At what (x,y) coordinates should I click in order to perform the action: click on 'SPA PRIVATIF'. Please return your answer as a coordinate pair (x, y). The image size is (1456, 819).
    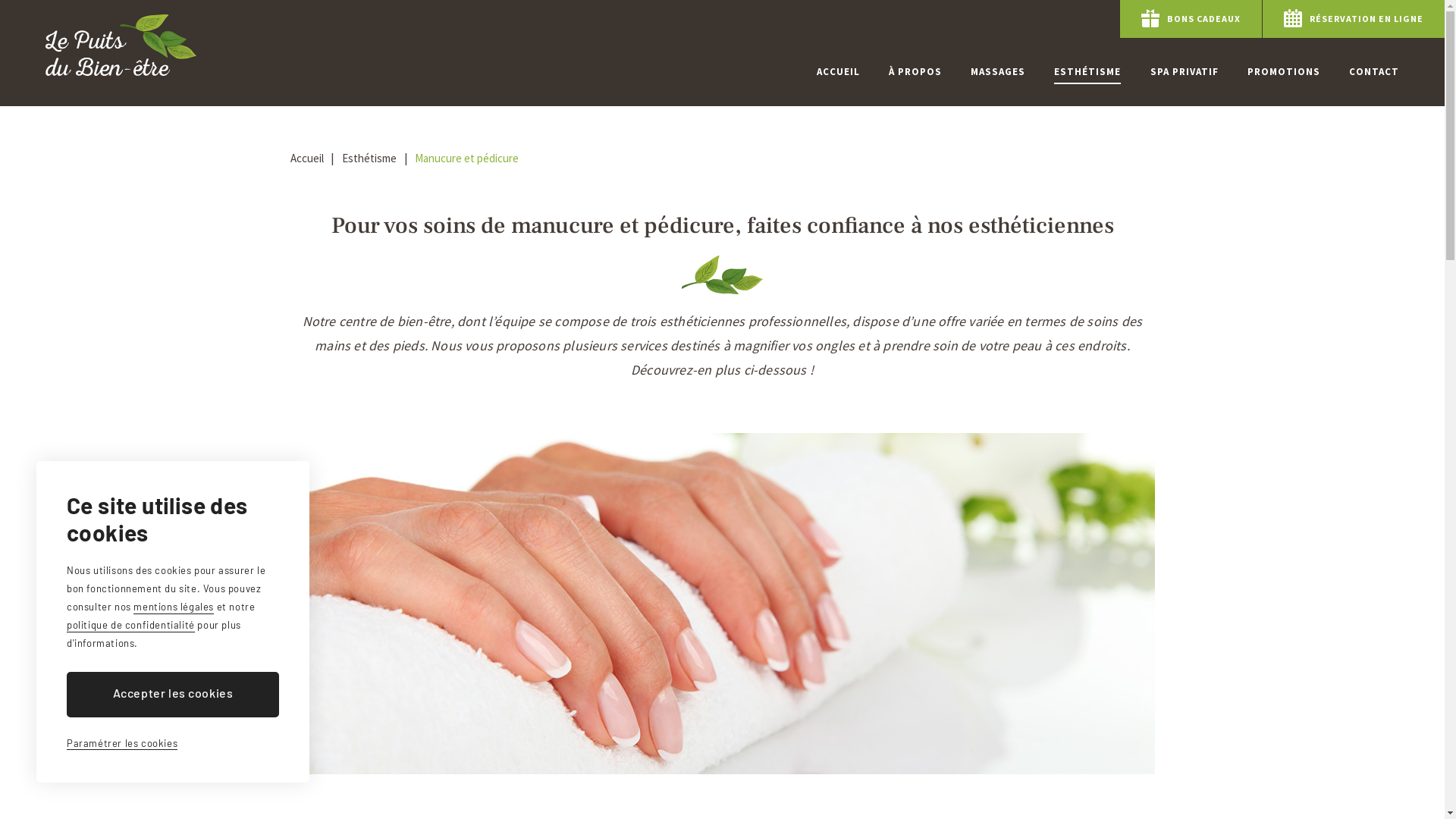
    Looking at the image, I should click on (1183, 72).